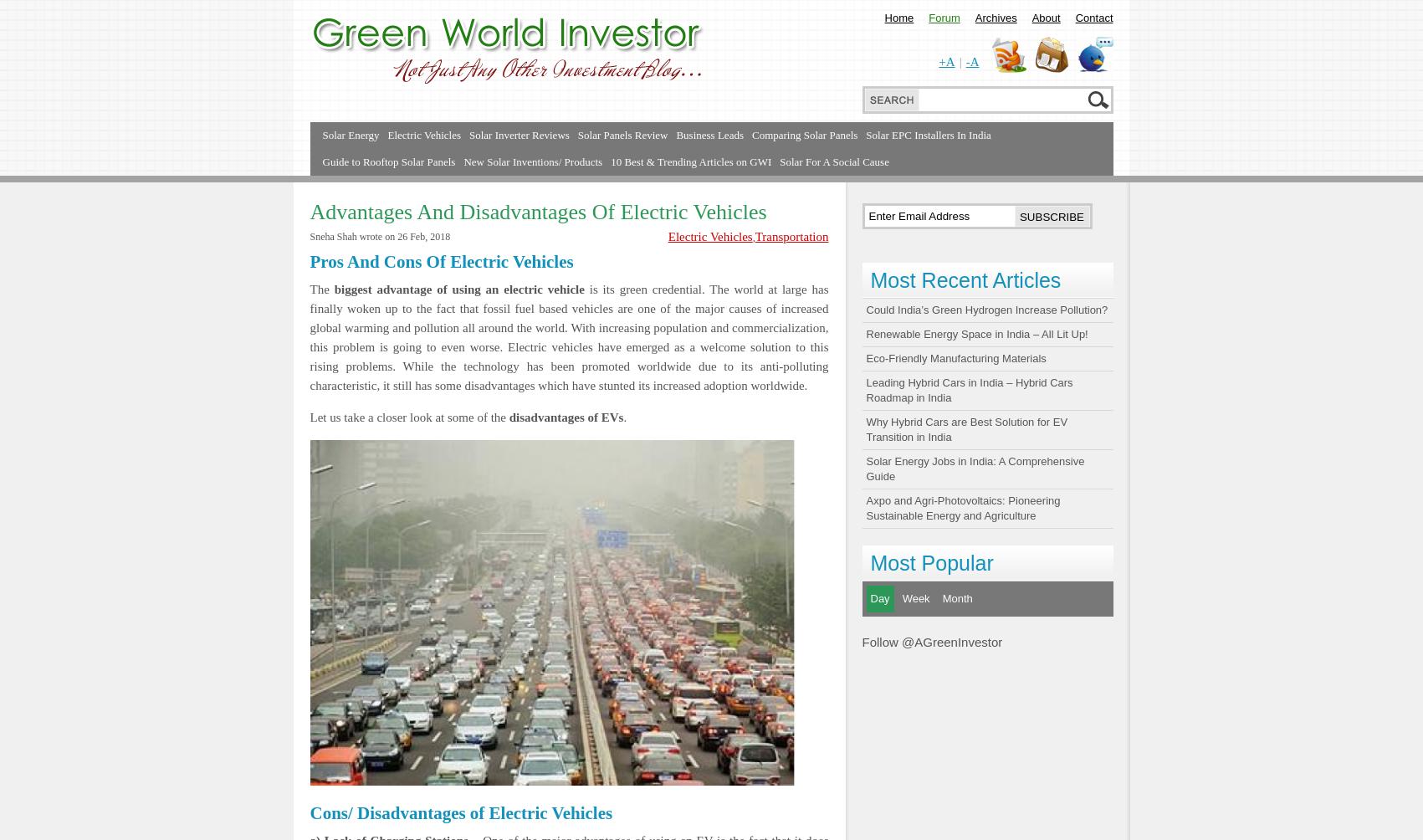 Image resolution: width=1423 pixels, height=840 pixels. I want to click on 'Let us take a closer look at some of the', so click(409, 416).